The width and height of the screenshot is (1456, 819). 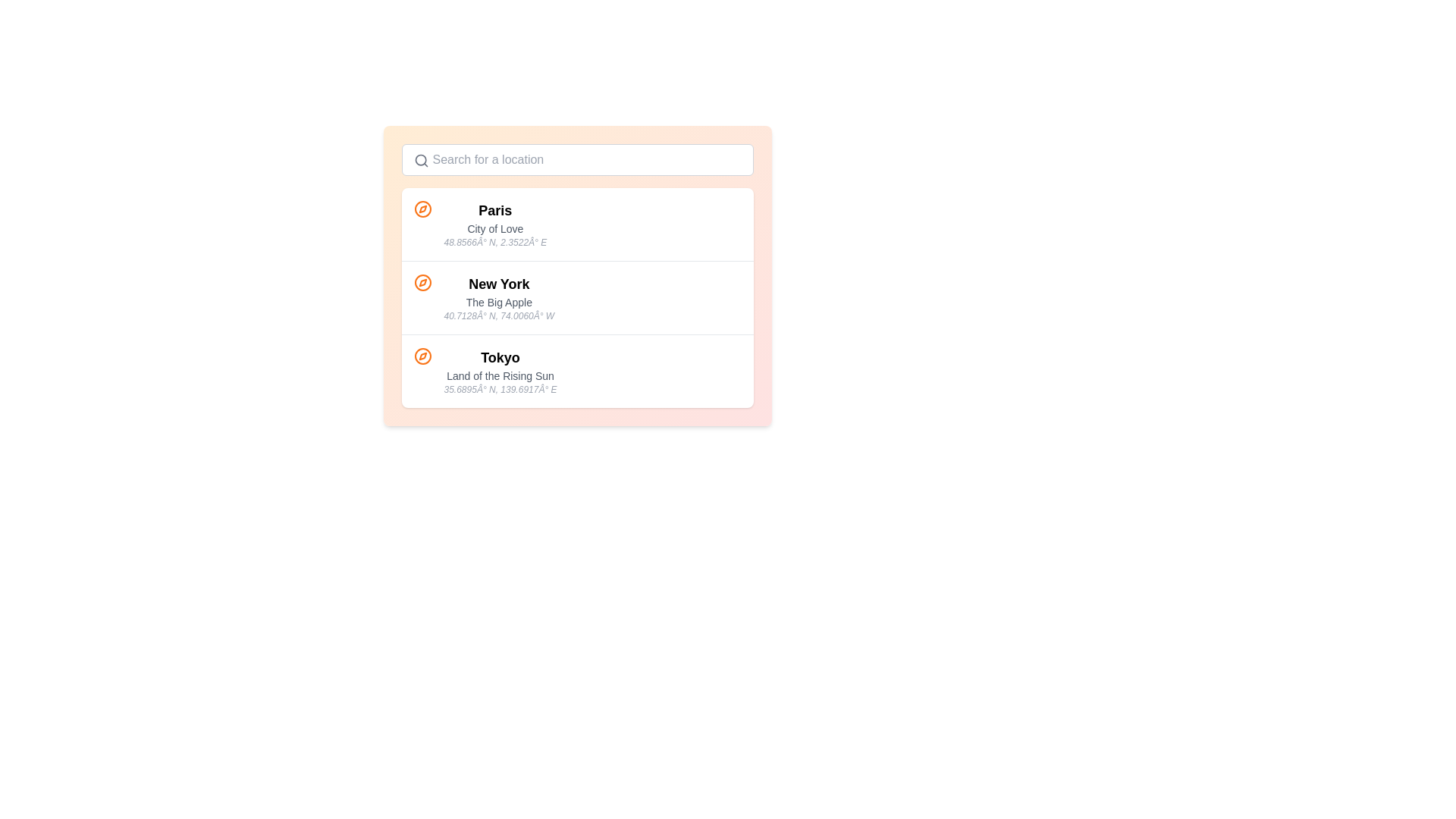 What do you see at coordinates (422, 356) in the screenshot?
I see `the SVG circle element that is part of the compass icon corresponding to 'Tokyo' in the third row of the location list` at bounding box center [422, 356].